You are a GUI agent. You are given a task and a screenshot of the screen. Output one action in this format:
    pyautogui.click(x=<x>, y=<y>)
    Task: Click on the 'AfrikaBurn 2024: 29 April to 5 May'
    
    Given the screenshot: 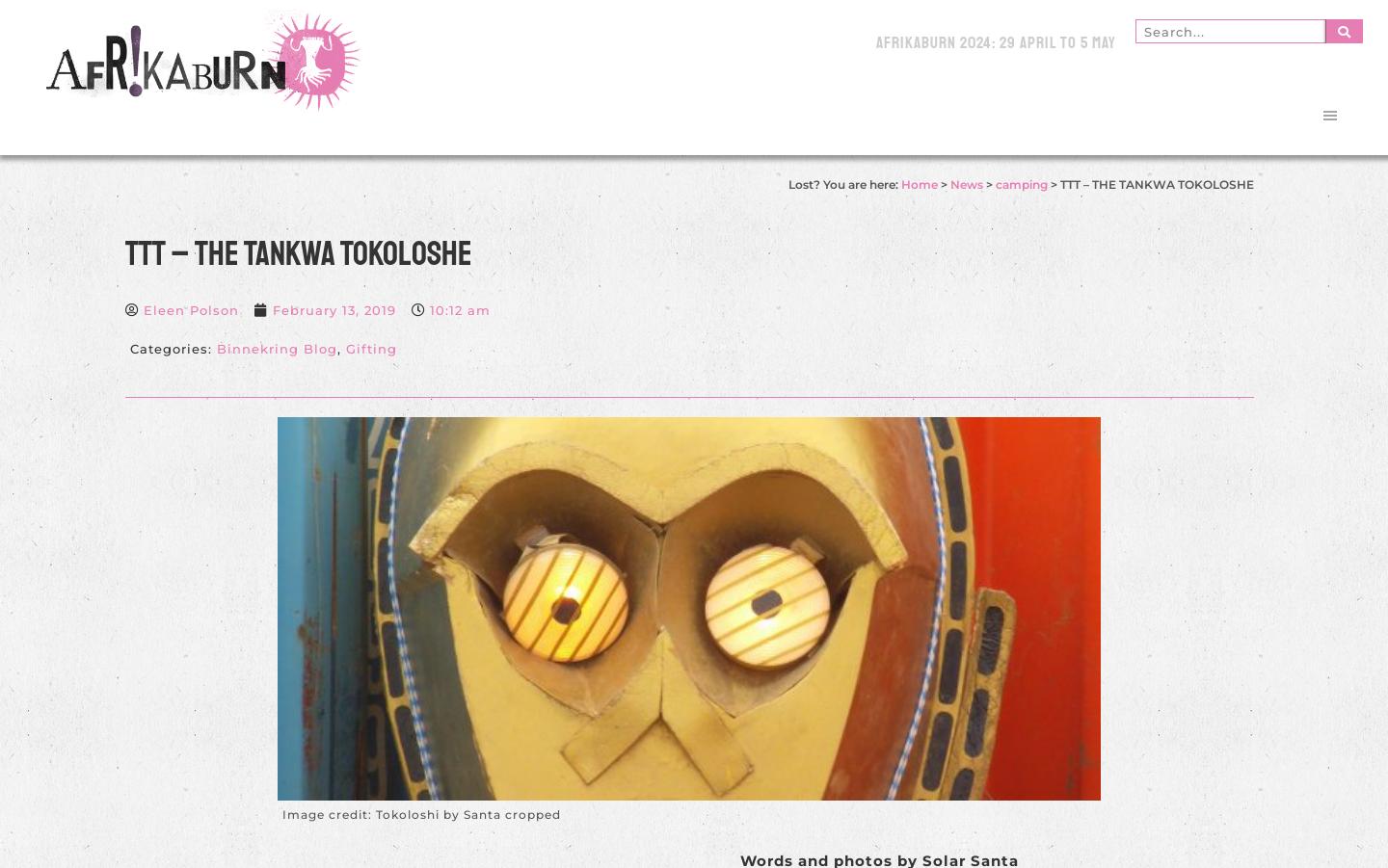 What is the action you would take?
    pyautogui.click(x=875, y=41)
    